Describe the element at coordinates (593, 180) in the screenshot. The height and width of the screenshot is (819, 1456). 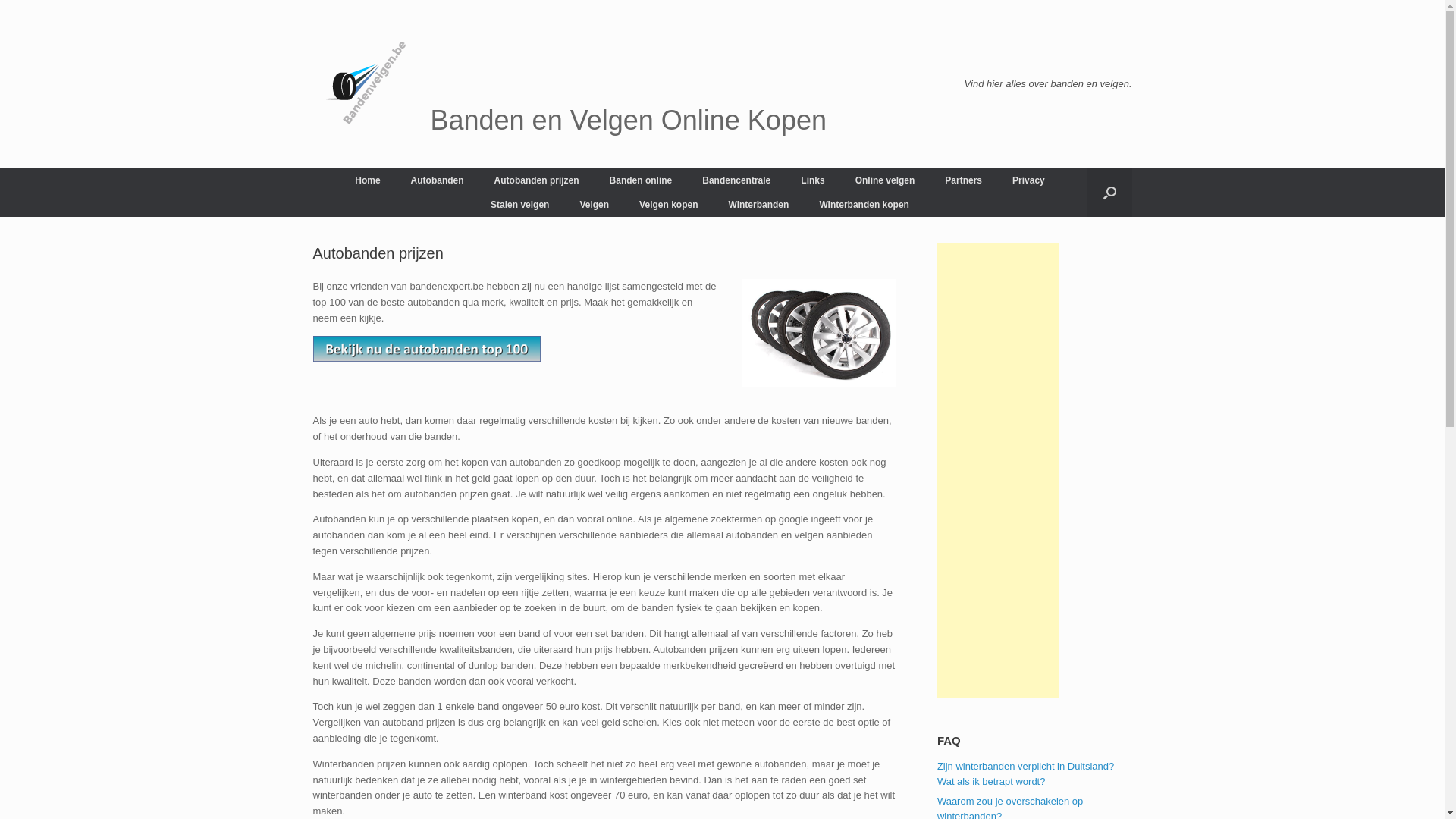
I see `'Banden online'` at that location.